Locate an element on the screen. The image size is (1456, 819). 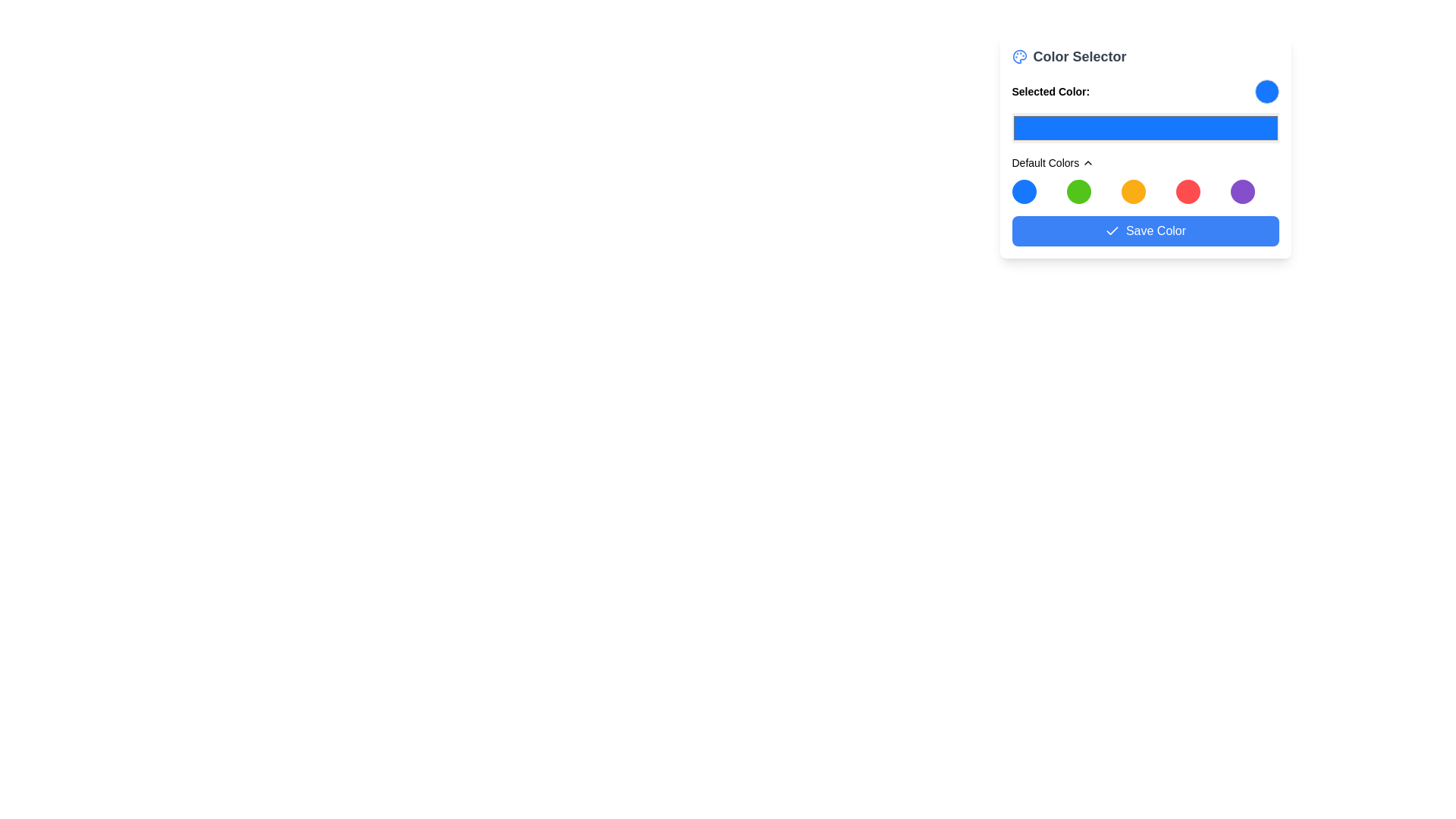
Display and color representation area that shows the label 'Selected Color:' followed by a circular representation of the currently chosen color is located at coordinates (1145, 91).